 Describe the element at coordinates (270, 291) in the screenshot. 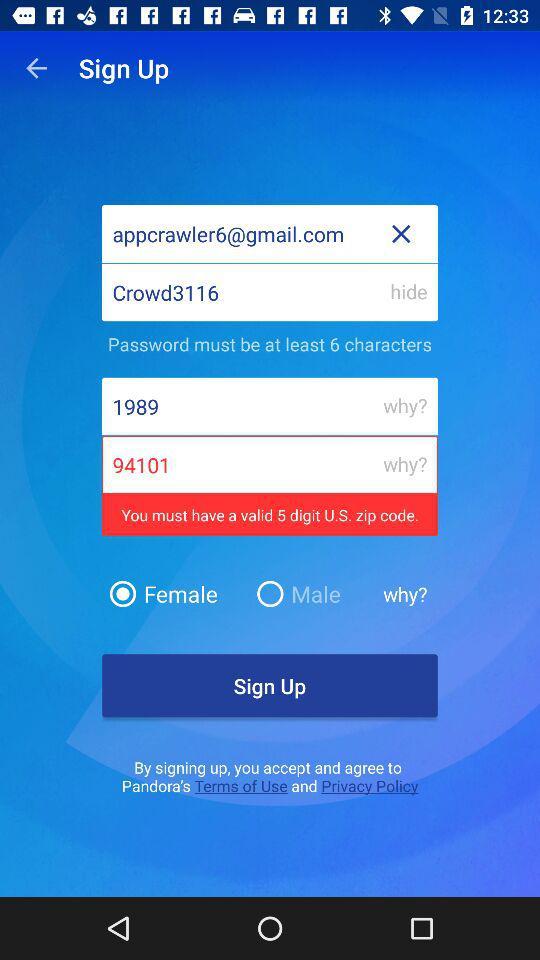

I see `the second text field` at that location.